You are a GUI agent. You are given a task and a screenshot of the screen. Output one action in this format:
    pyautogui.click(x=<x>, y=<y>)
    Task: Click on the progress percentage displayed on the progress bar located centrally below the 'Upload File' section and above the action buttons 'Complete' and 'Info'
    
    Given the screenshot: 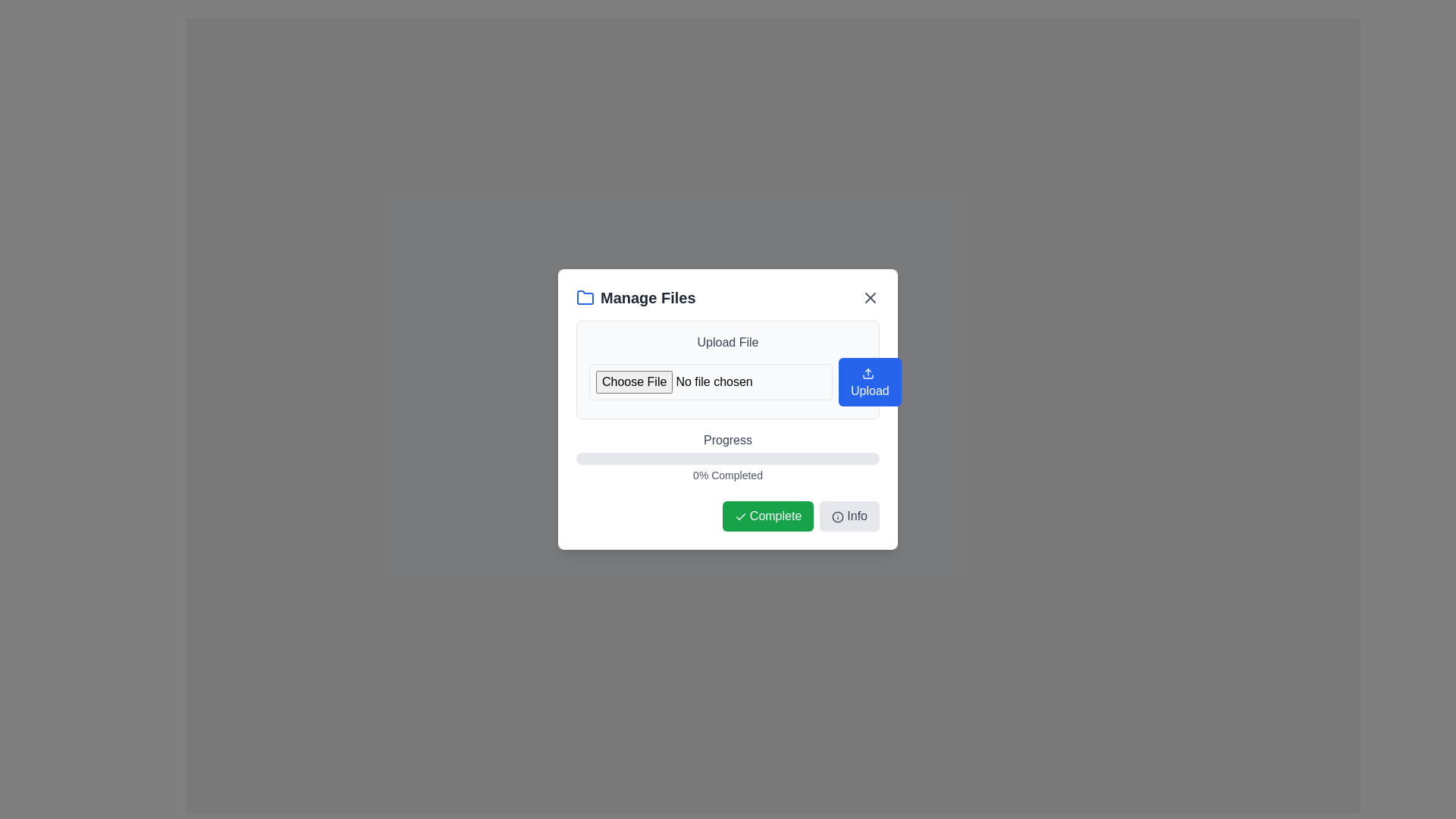 What is the action you would take?
    pyautogui.click(x=728, y=456)
    